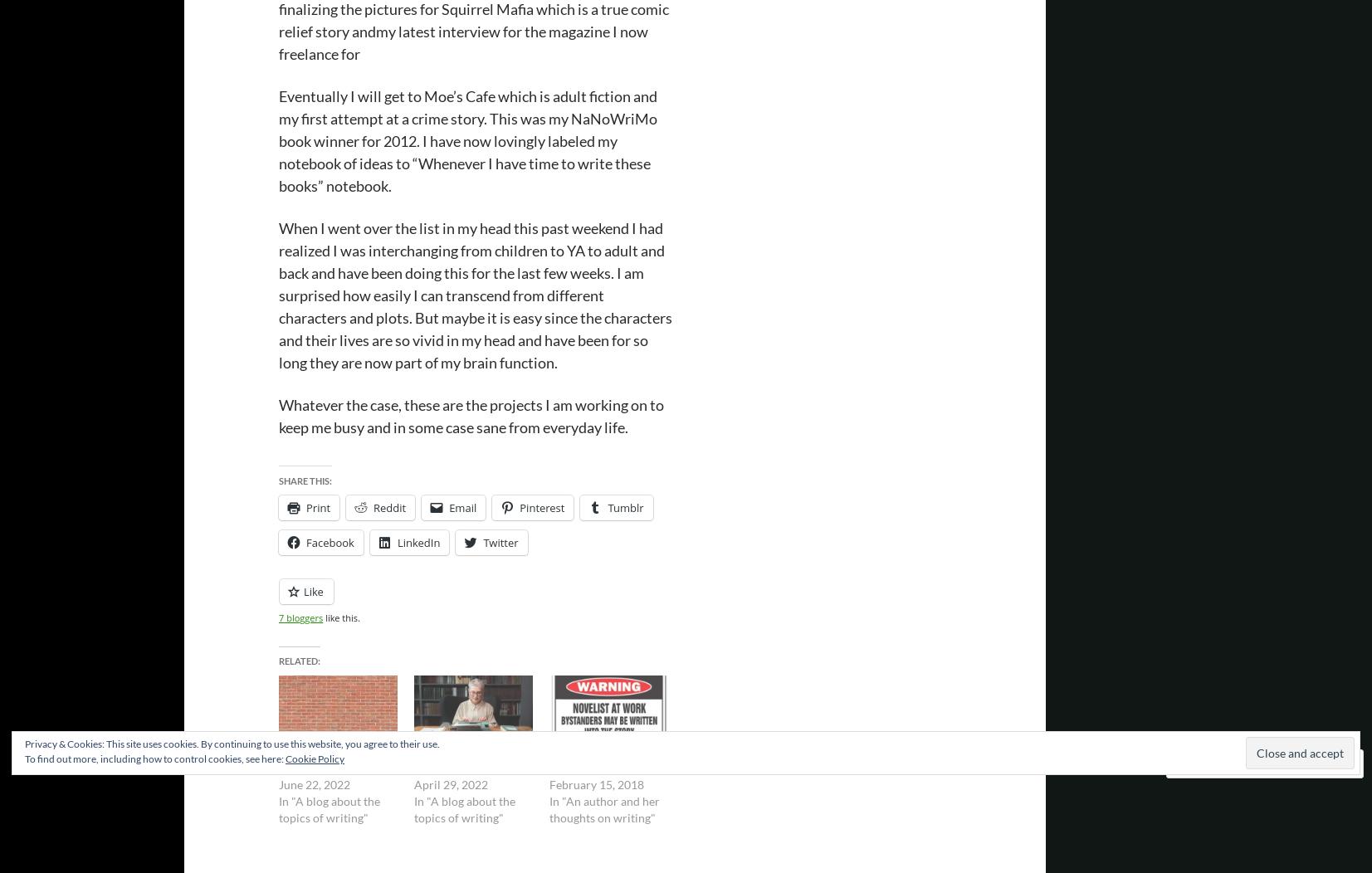 The height and width of the screenshot is (873, 1372). I want to click on 'Share this:', so click(304, 480).